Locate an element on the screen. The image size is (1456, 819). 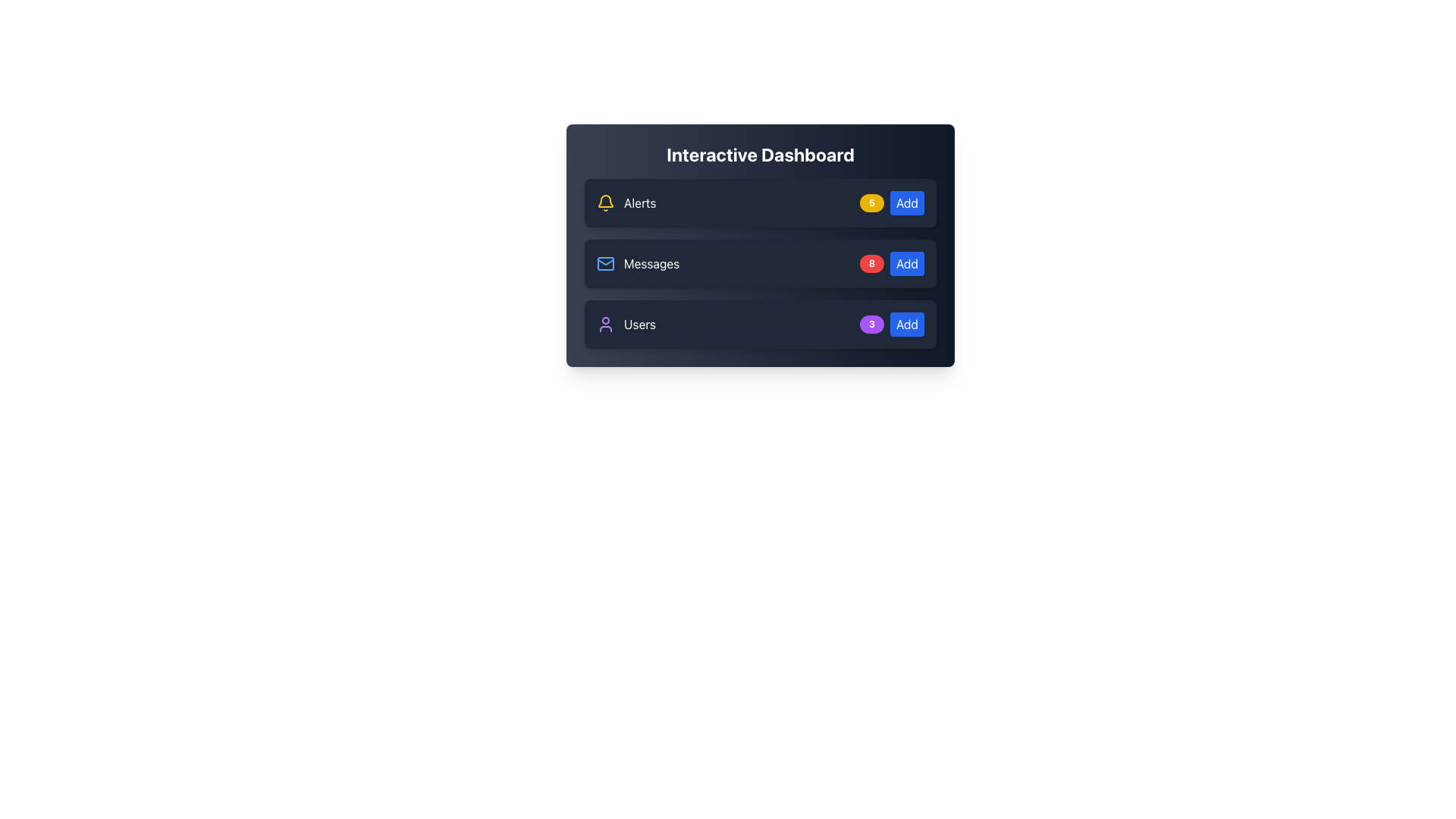
the user icon represented as an outlined silhouette of a person with a purple stroke color, located to the left of the 'Users' text in the third row of the dashboard interface for accessibility purposes is located at coordinates (604, 324).